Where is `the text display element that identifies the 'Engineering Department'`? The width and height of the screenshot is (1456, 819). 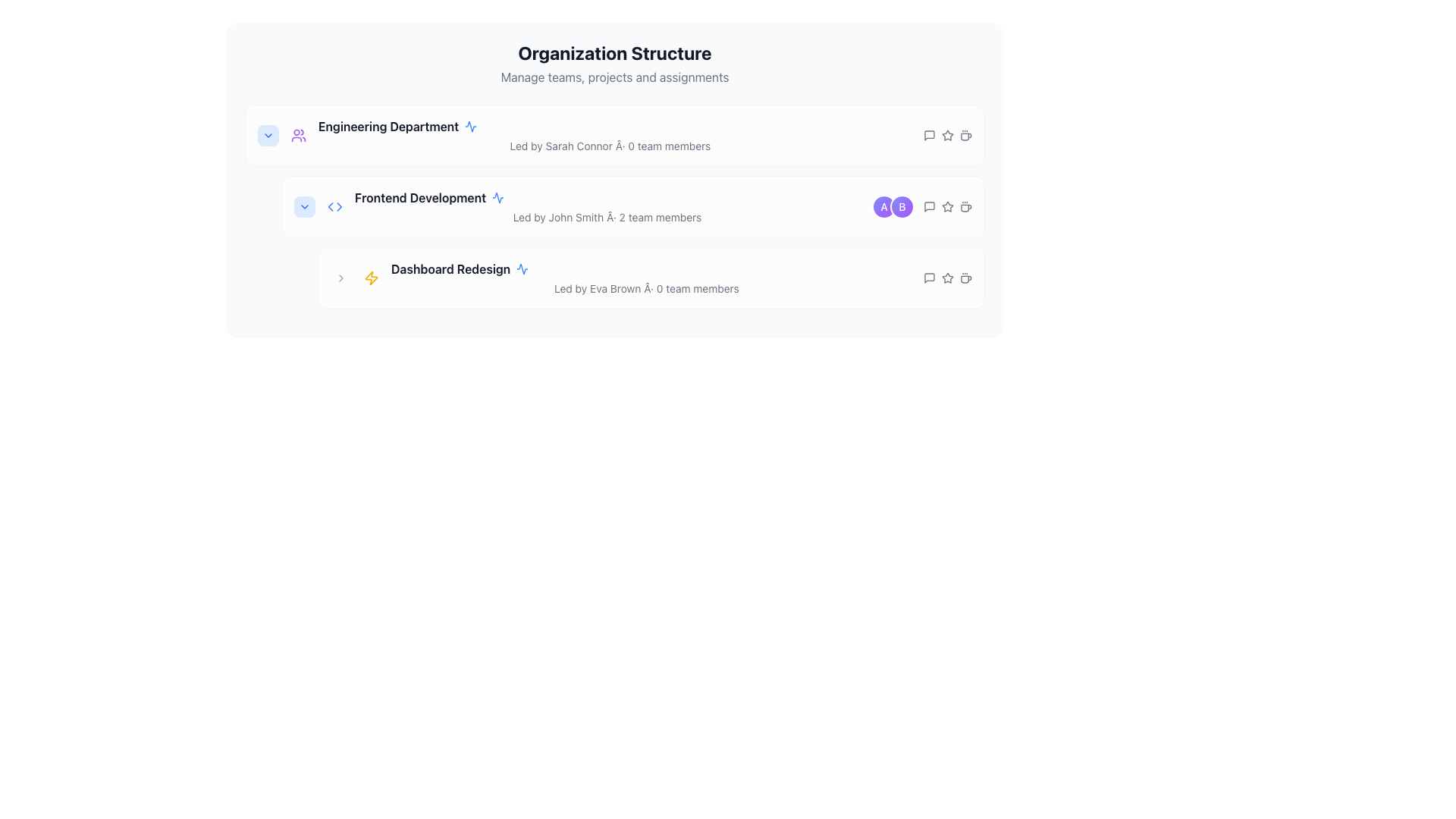
the text display element that identifies the 'Engineering Department' is located at coordinates (610, 134).